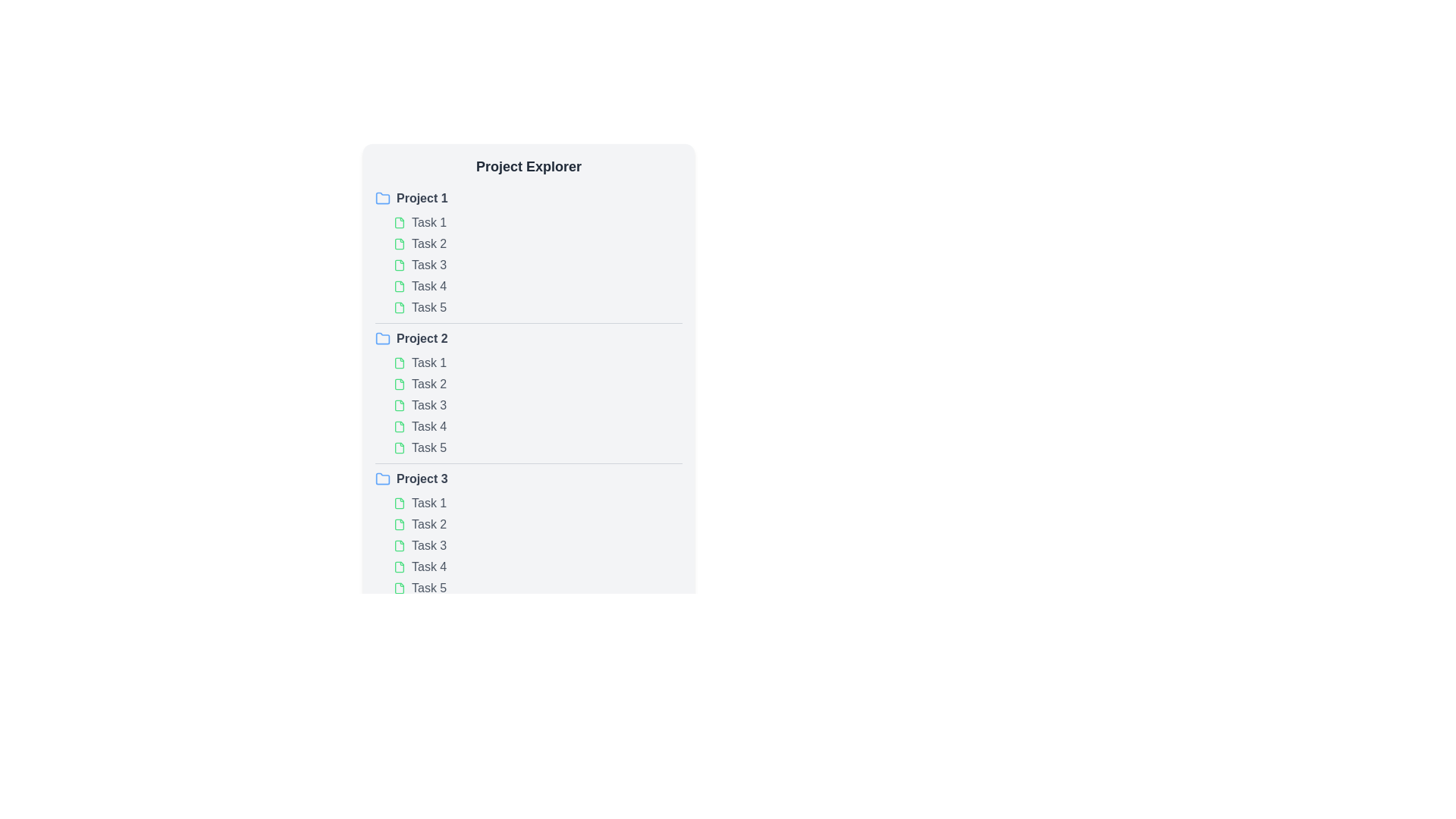  Describe the element at coordinates (400, 243) in the screenshot. I see `the icon representing 'Task 2' located in the first project block of the project explorer` at that location.